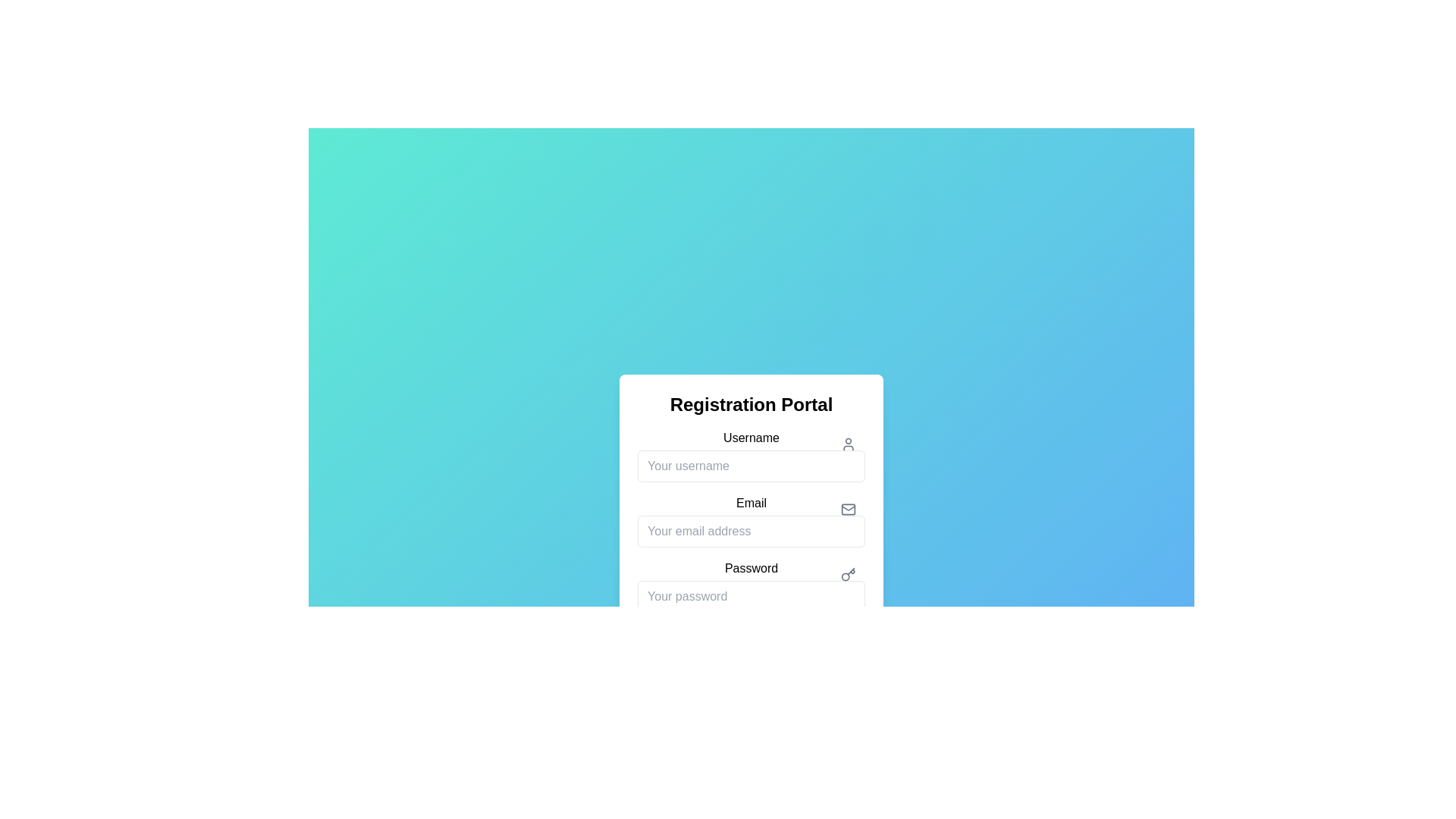 This screenshot has width=1456, height=819. What do you see at coordinates (847, 509) in the screenshot?
I see `the Email Icon located to the right of the Email input field in the Registration Portal form` at bounding box center [847, 509].